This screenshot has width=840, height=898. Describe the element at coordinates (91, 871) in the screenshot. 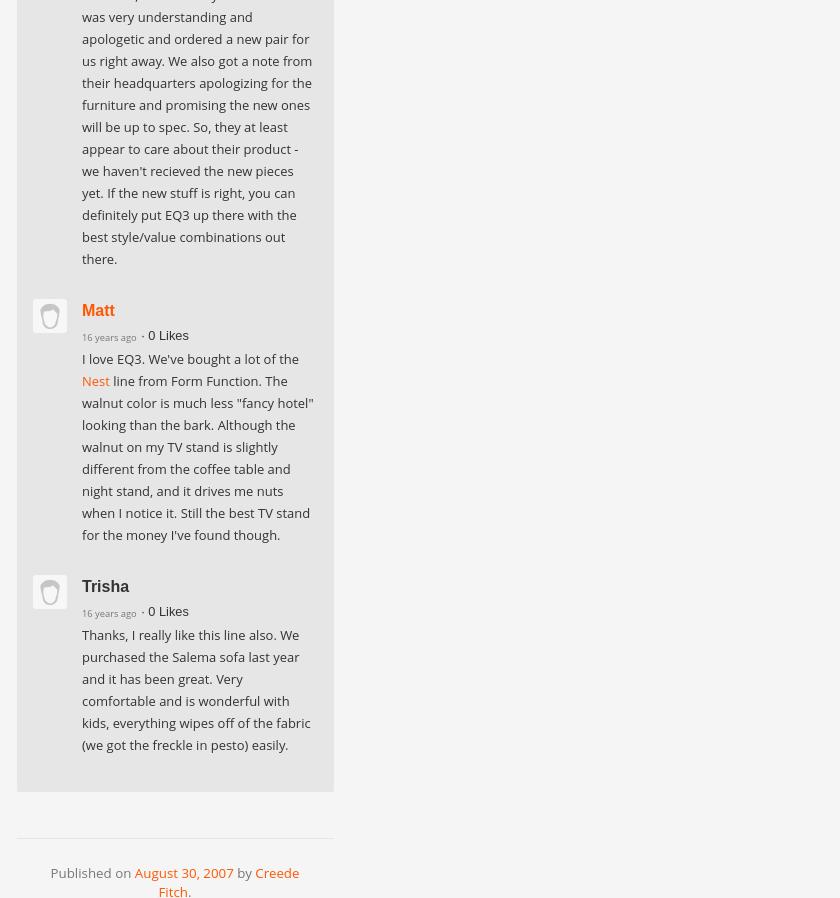

I see `'Published on'` at that location.